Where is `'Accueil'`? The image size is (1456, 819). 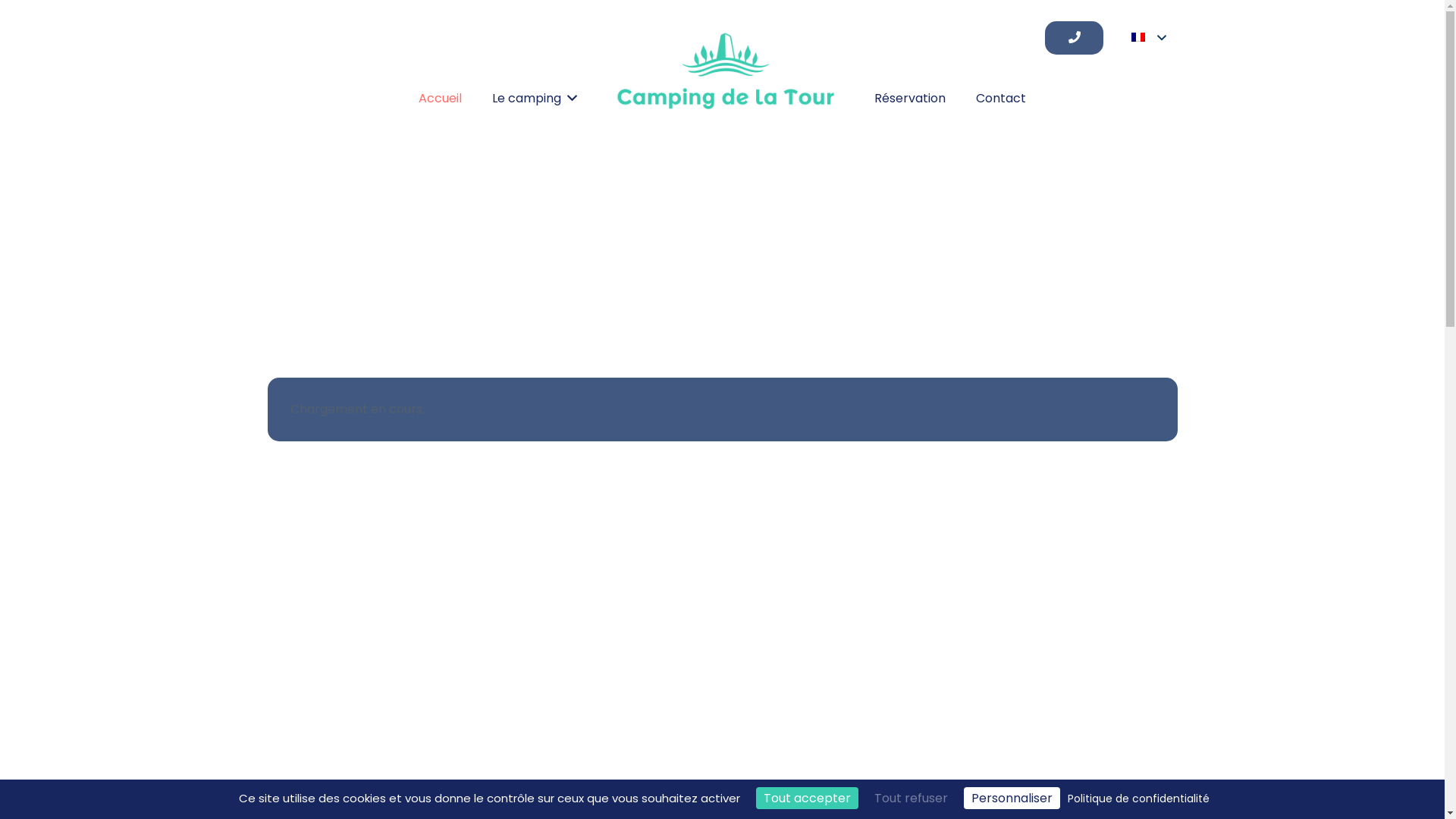
'Accueil' is located at coordinates (439, 99).